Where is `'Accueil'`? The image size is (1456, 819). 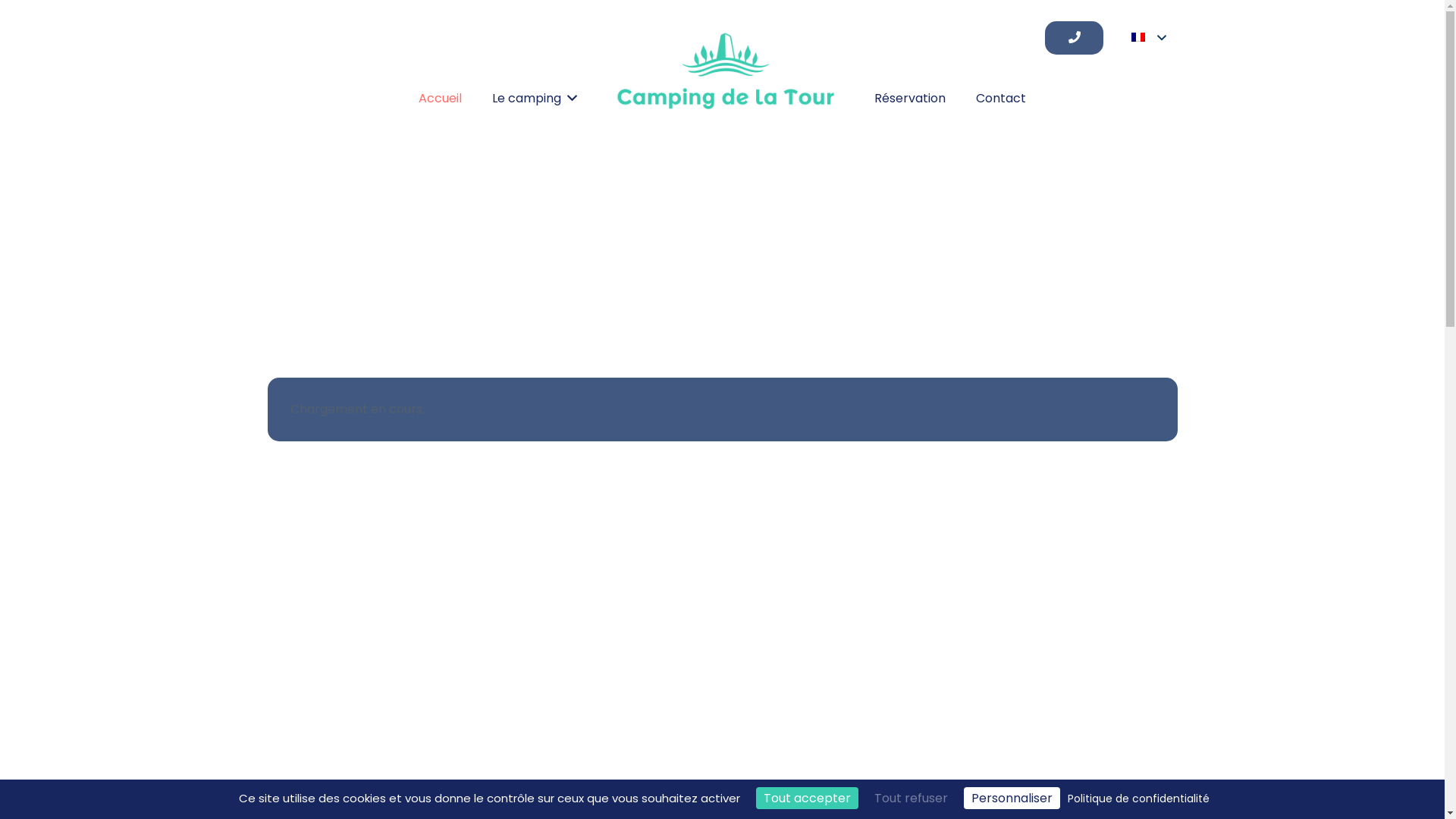
'Accueil' is located at coordinates (439, 99).